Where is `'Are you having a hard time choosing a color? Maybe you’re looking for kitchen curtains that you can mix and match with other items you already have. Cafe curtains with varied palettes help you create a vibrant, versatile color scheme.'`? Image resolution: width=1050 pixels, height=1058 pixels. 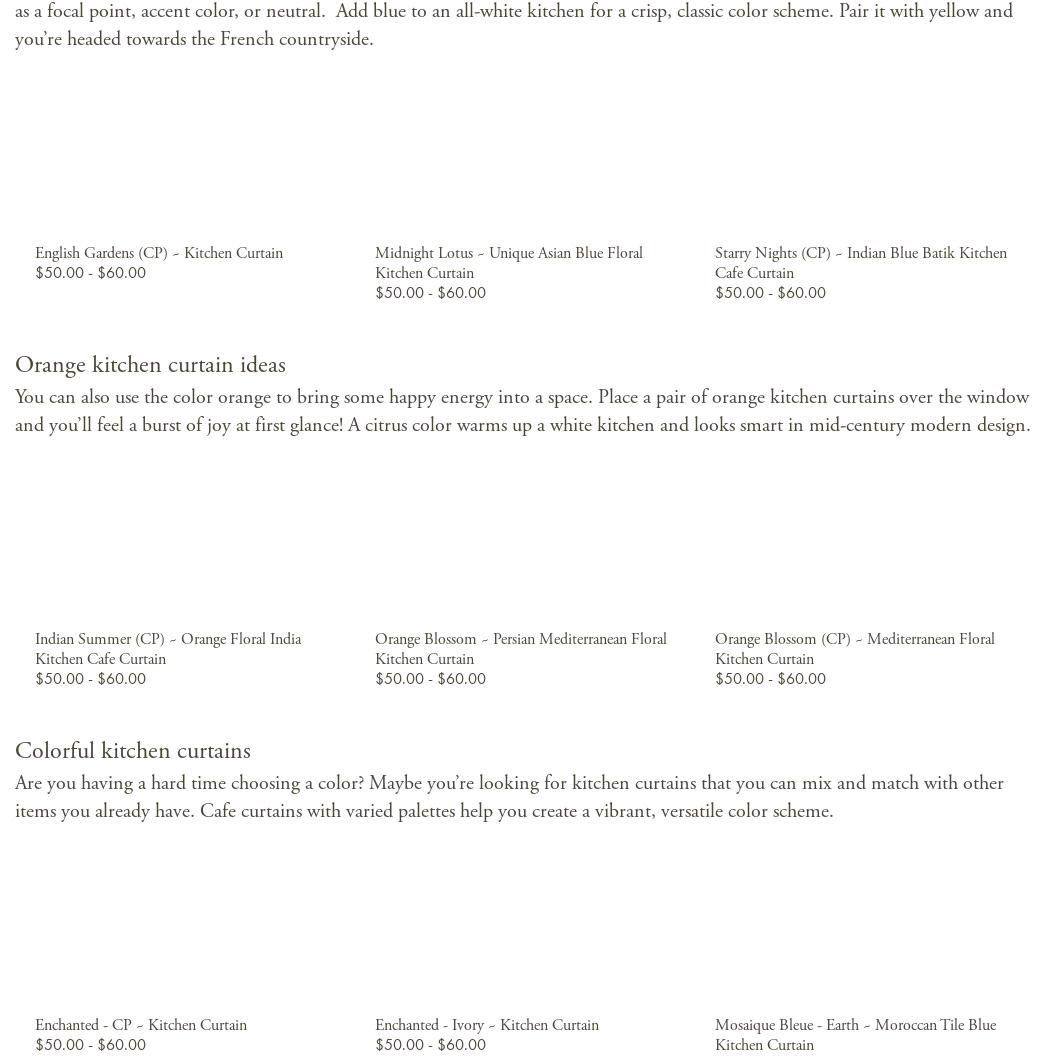 'Are you having a hard time choosing a color? Maybe you’re looking for kitchen curtains that you can mix and match with other items you already have. Cafe curtains with varied palettes help you create a vibrant, versatile color scheme.' is located at coordinates (15, 795).